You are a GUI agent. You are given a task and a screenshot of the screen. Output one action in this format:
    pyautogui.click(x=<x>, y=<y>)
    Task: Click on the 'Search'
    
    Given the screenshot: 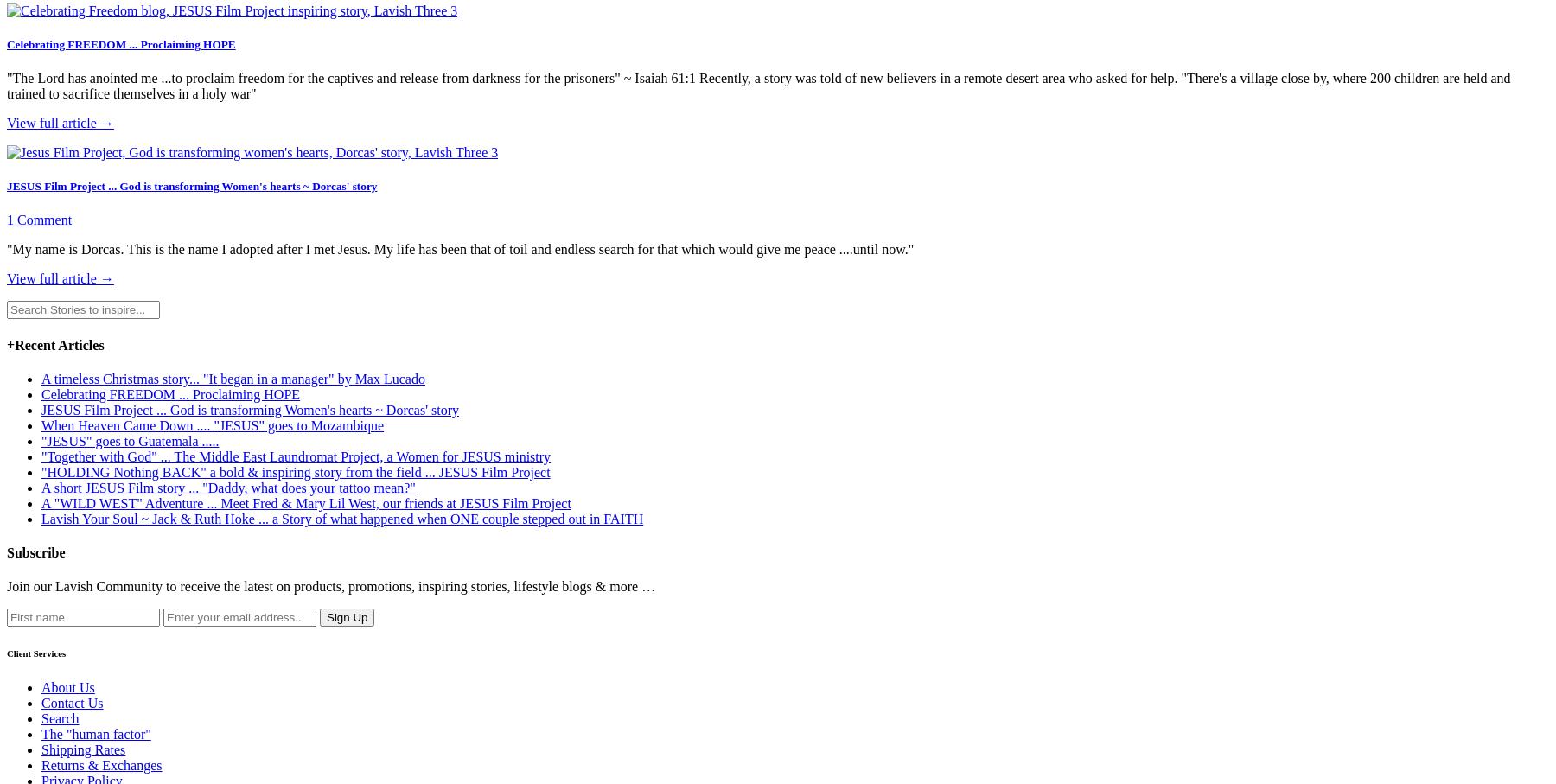 What is the action you would take?
    pyautogui.click(x=59, y=717)
    